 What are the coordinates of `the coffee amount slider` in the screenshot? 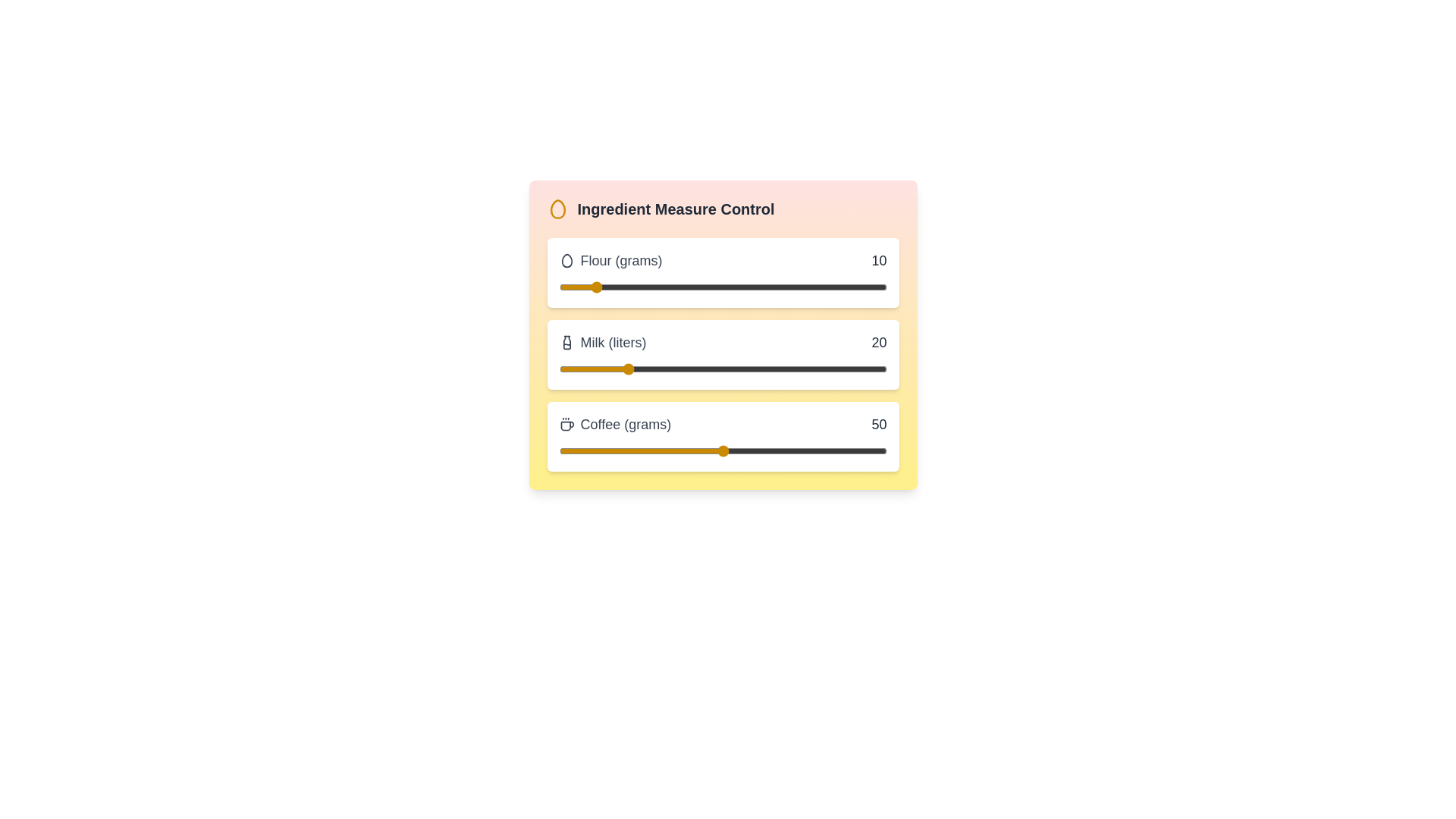 It's located at (768, 450).